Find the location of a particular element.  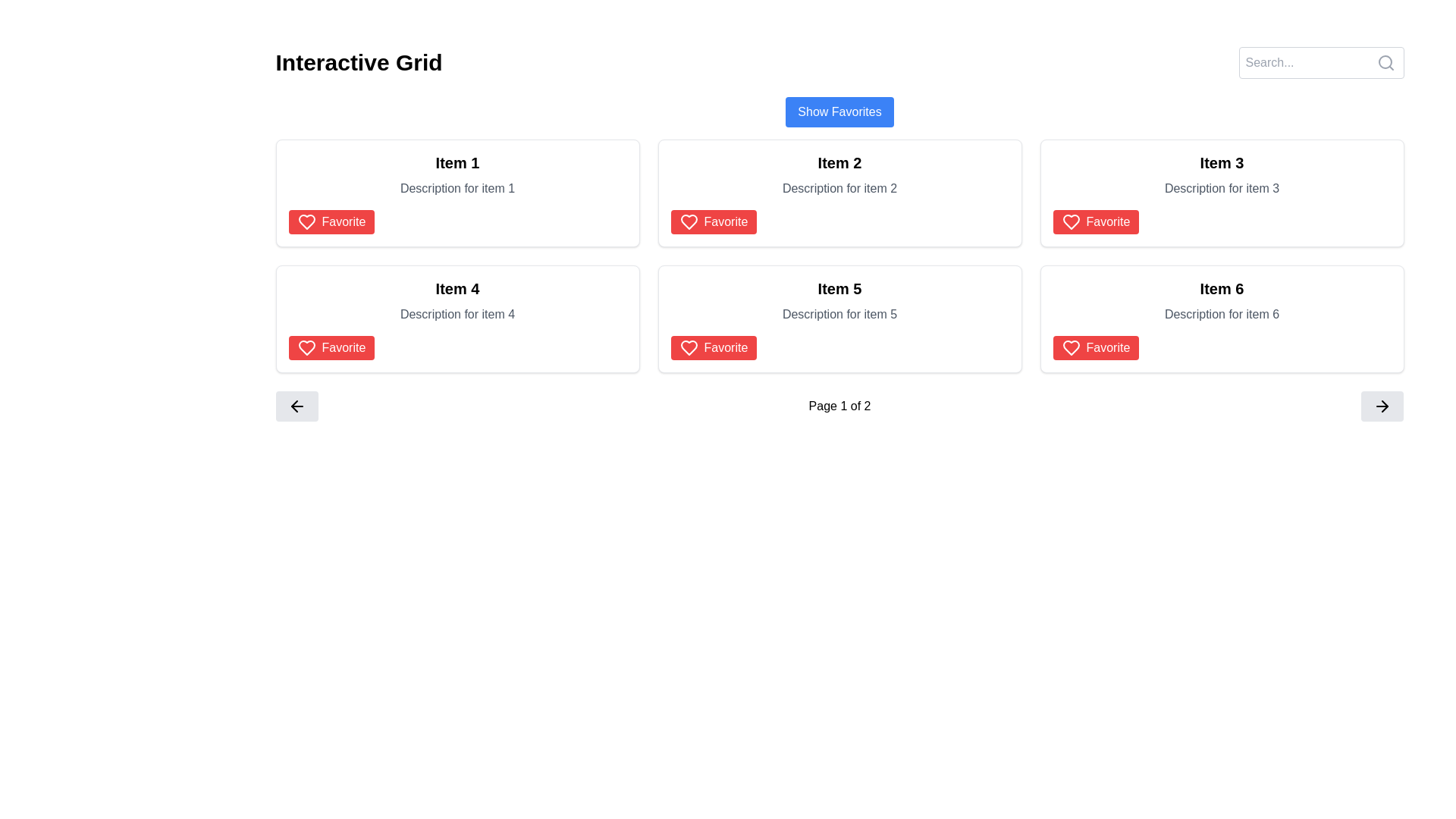

the rectangular button with a blue background and white bold text that reads 'Show Favorites' is located at coordinates (839, 111).